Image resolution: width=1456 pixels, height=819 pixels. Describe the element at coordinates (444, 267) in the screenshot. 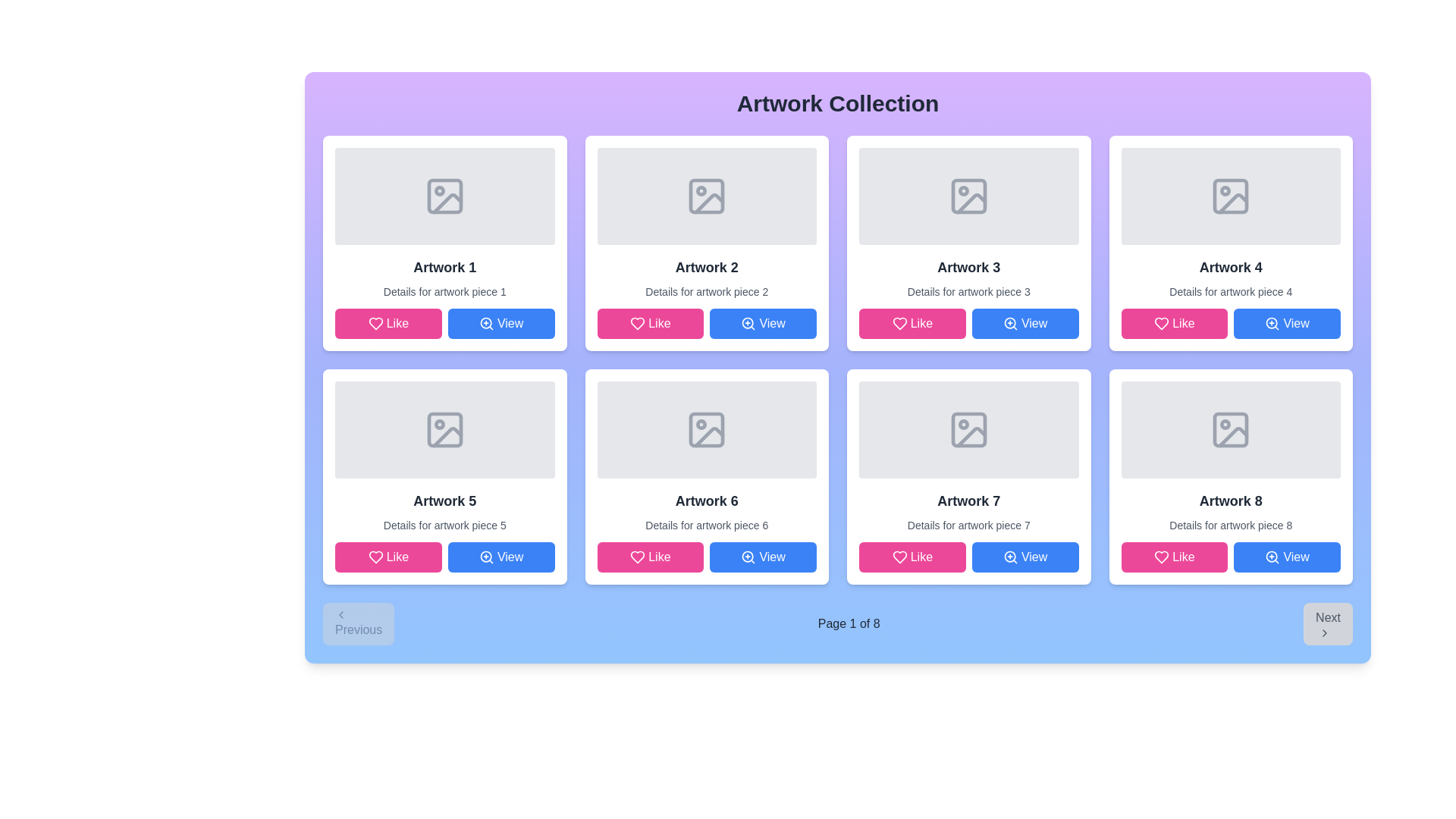

I see `the text label displaying 'Artwork 1' in bold, large gray font, located in the top-left card of the artwork grid, directly below the image placeholder` at that location.